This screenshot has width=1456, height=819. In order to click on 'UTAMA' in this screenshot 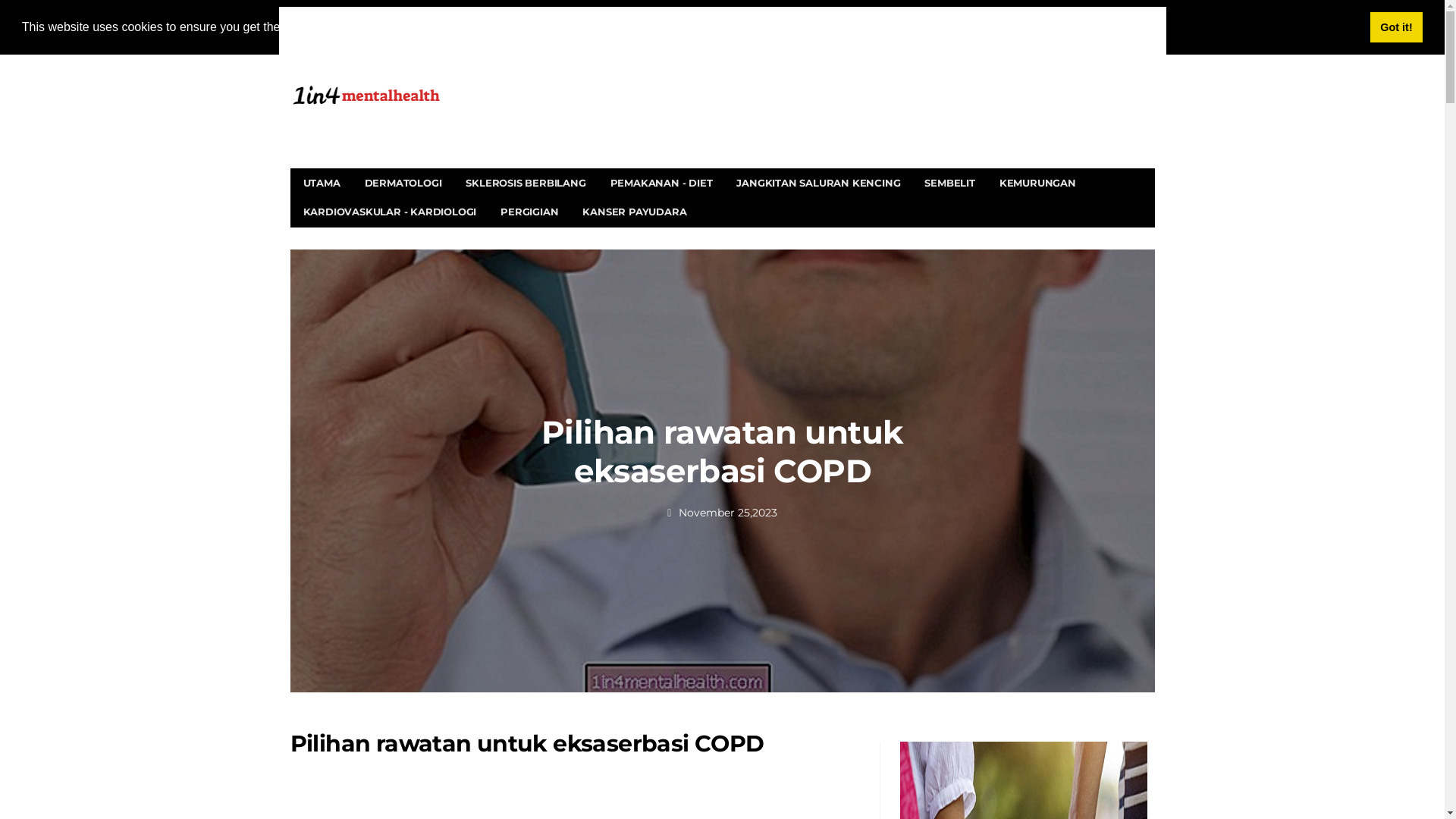, I will do `click(321, 181)`.